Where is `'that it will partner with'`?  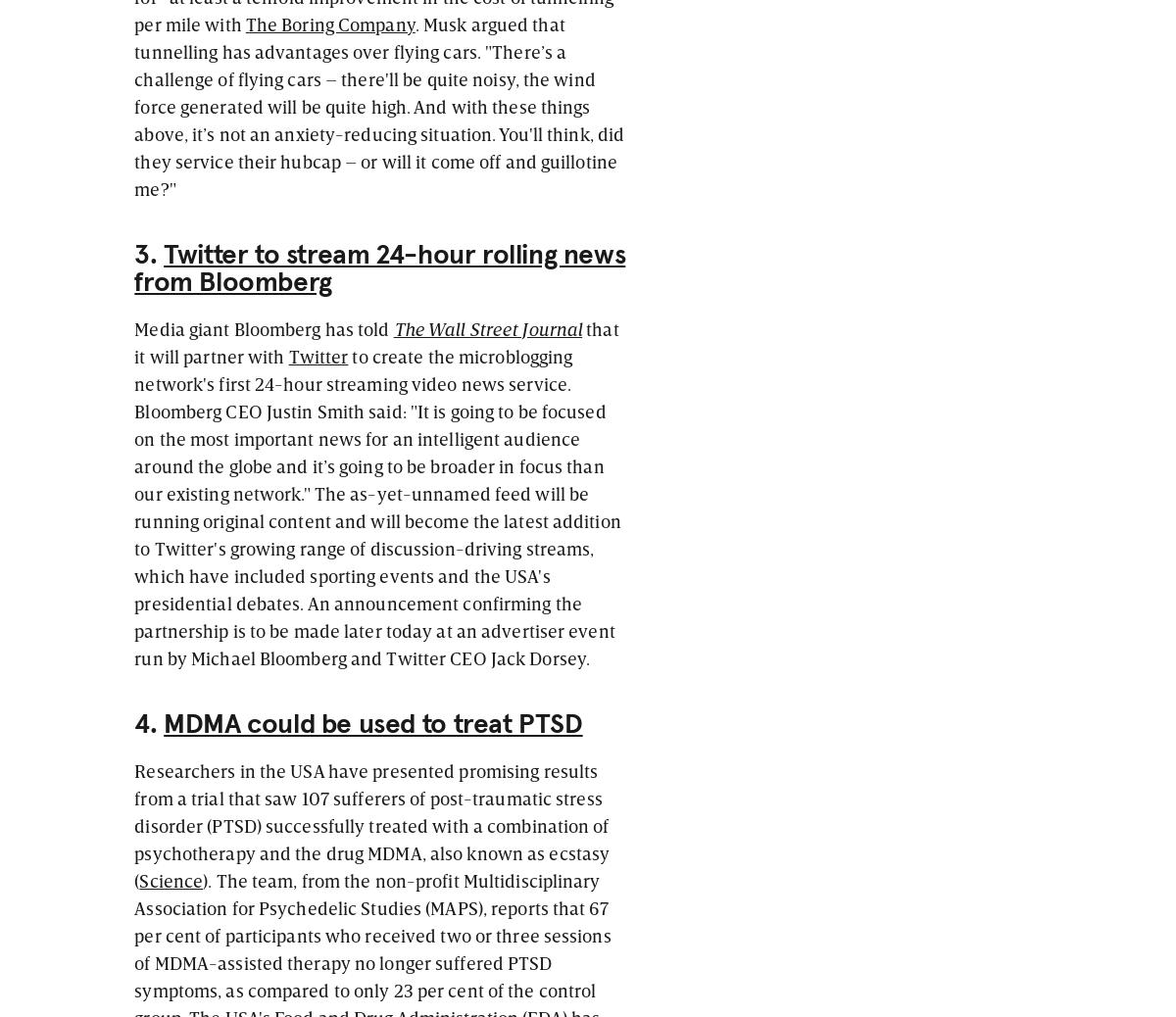 'that it will partner with' is located at coordinates (376, 341).